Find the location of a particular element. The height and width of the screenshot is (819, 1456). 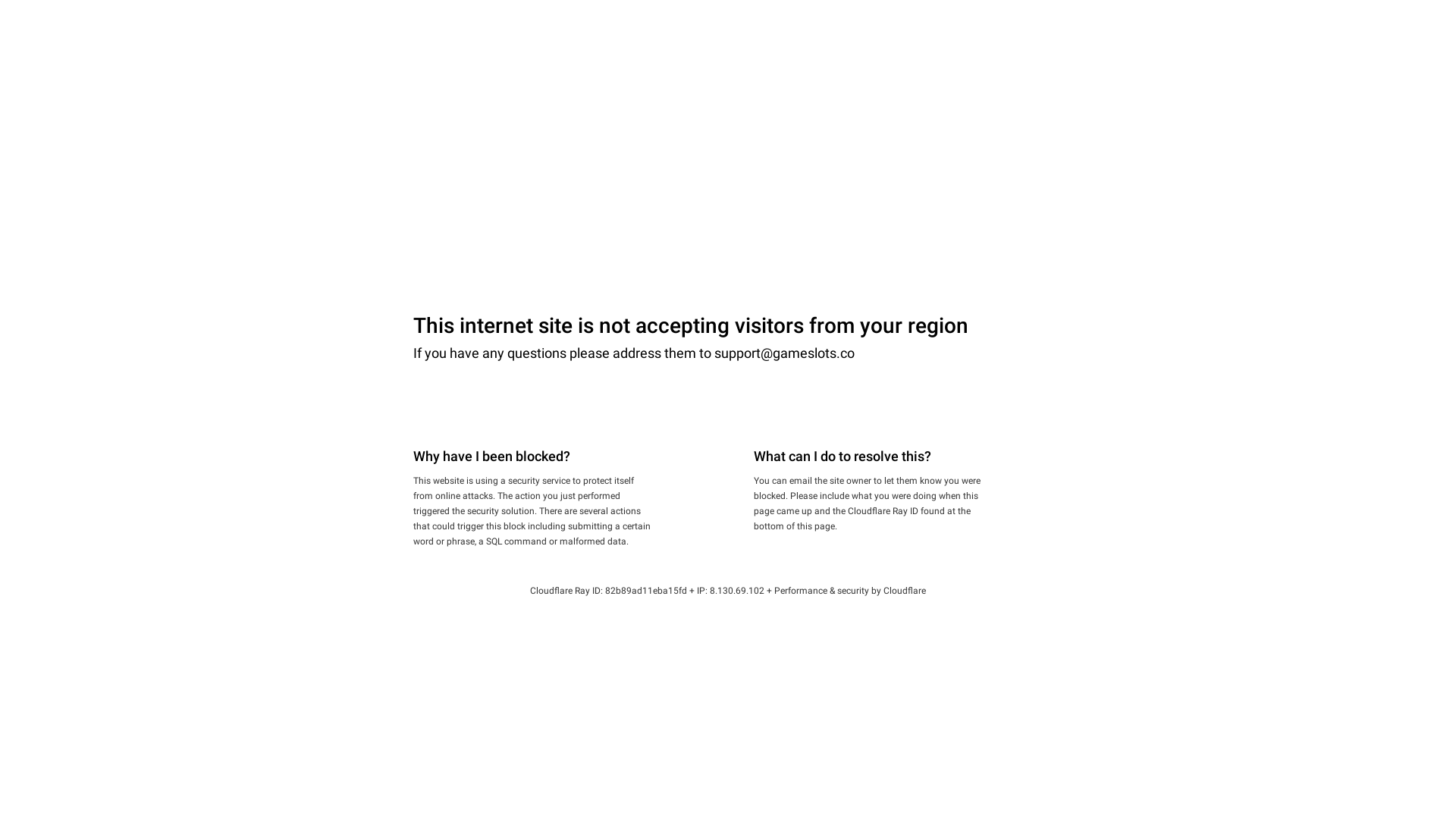

'Cloudflare' is located at coordinates (905, 590).